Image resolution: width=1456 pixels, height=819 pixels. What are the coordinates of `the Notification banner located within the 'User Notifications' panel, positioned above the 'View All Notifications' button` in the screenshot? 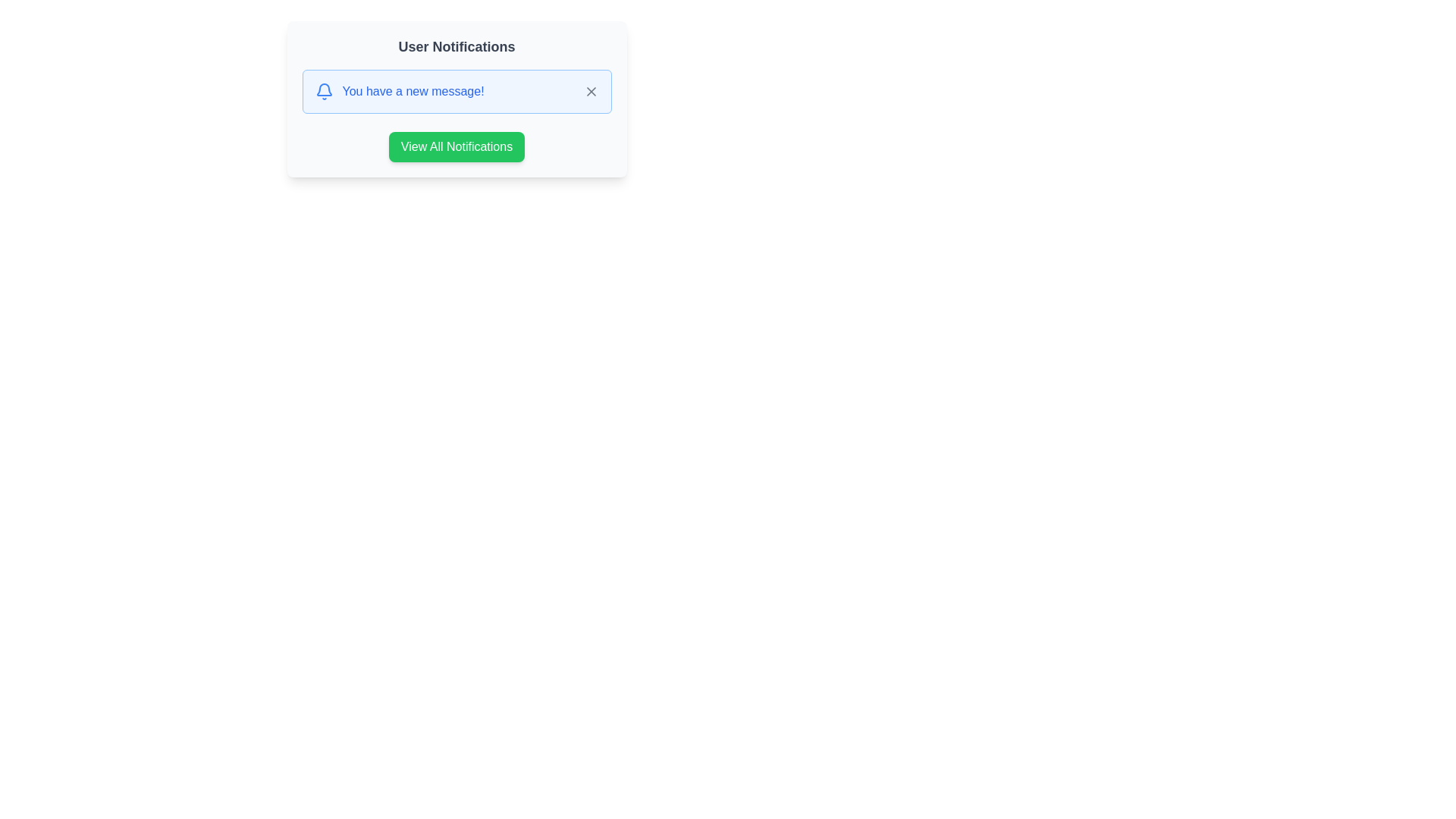 It's located at (456, 91).